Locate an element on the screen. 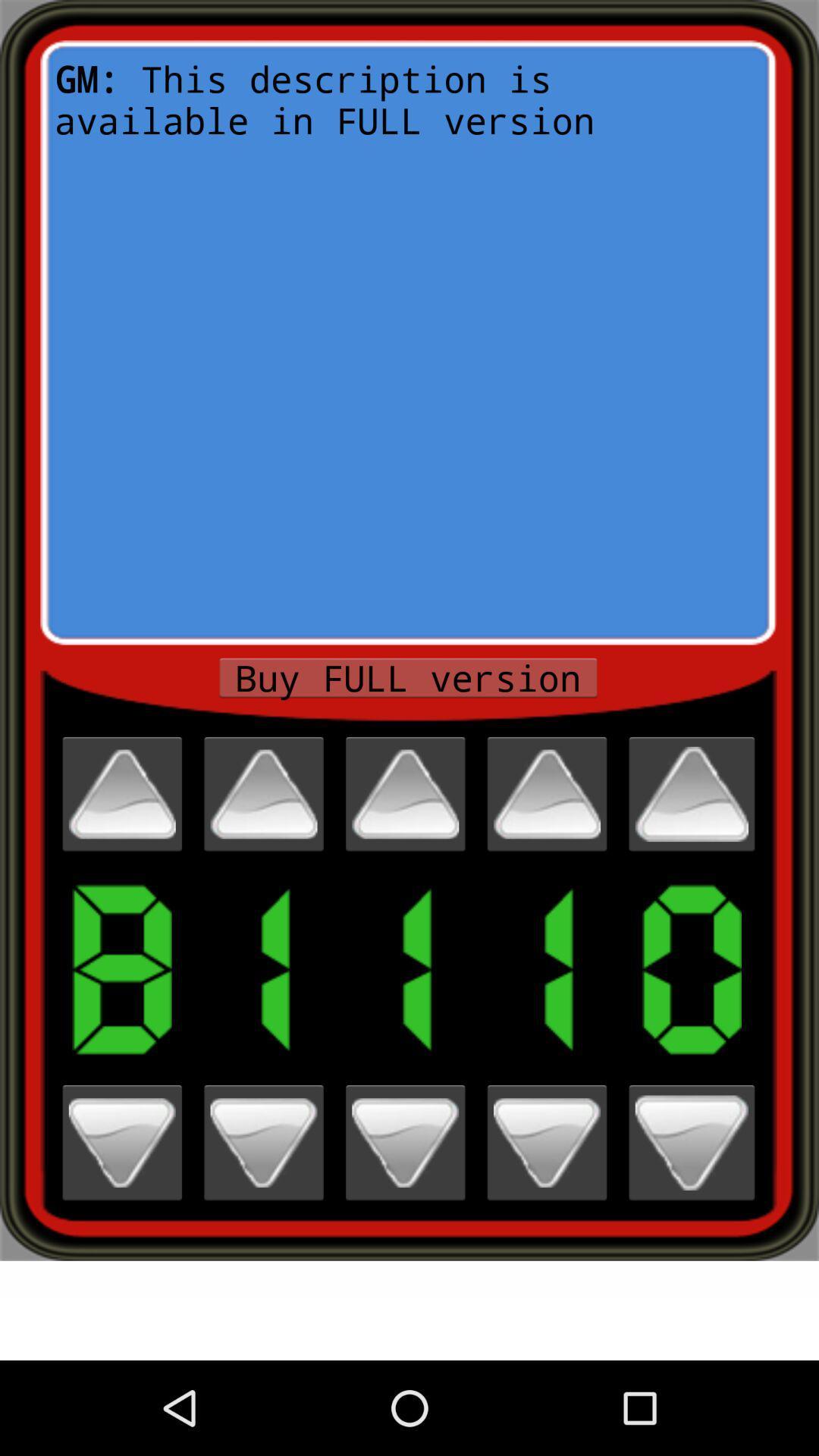 This screenshot has height=1456, width=819. decrease third value from the left is located at coordinates (404, 1143).